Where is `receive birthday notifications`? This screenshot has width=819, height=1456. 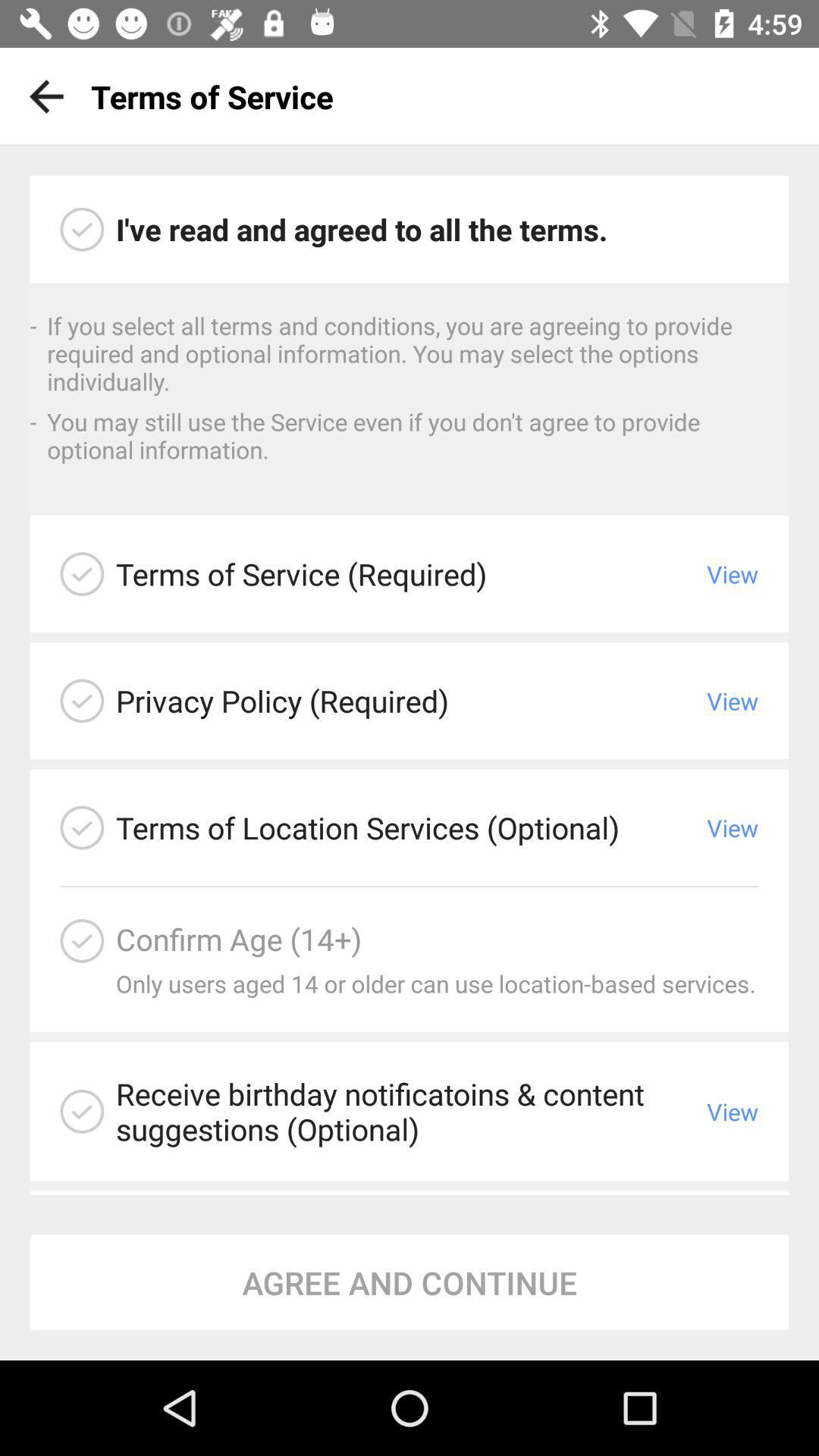
receive birthday notifications is located at coordinates (82, 1111).